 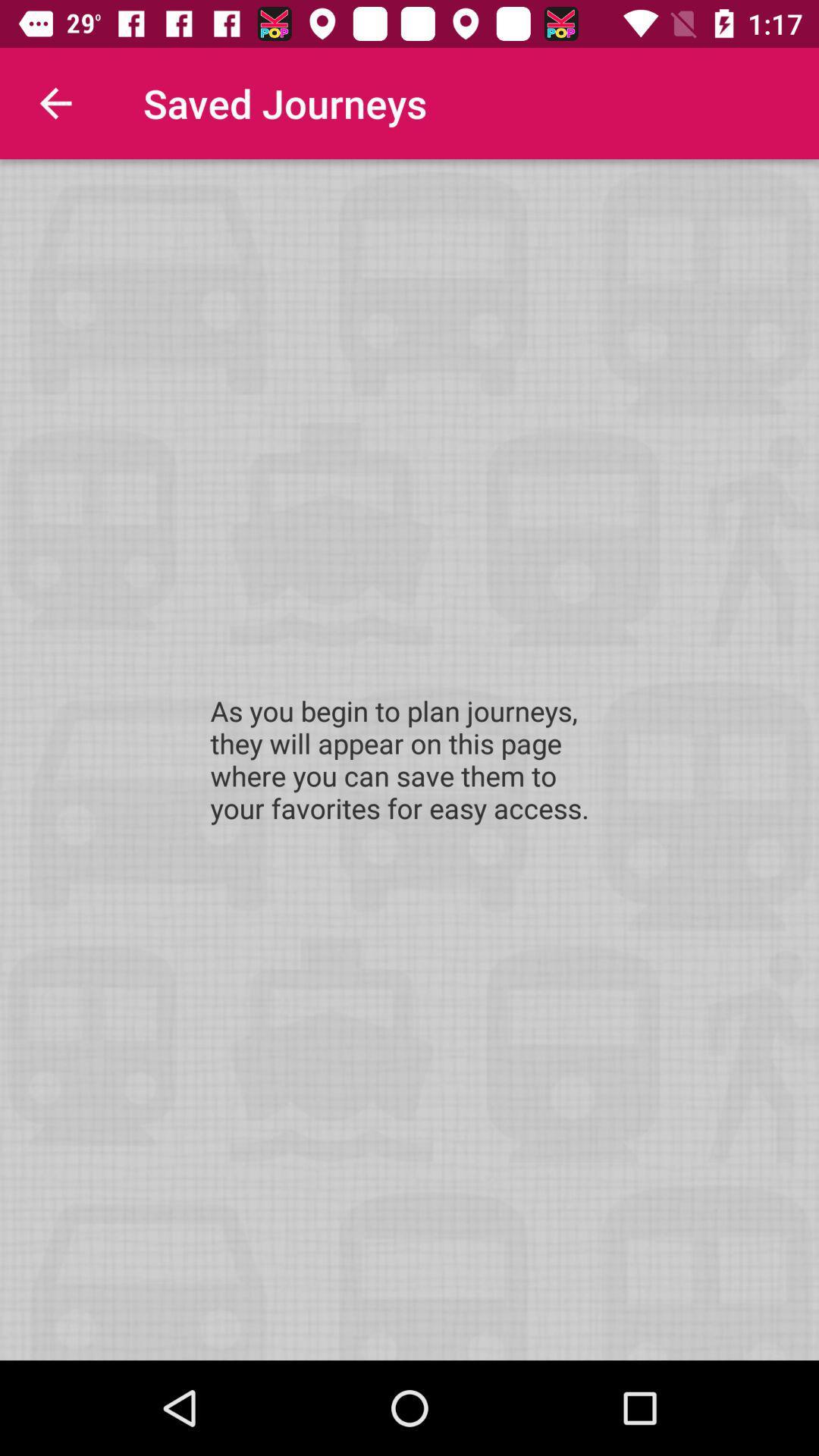 What do you see at coordinates (55, 102) in the screenshot?
I see `item to the left of saved journeys icon` at bounding box center [55, 102].